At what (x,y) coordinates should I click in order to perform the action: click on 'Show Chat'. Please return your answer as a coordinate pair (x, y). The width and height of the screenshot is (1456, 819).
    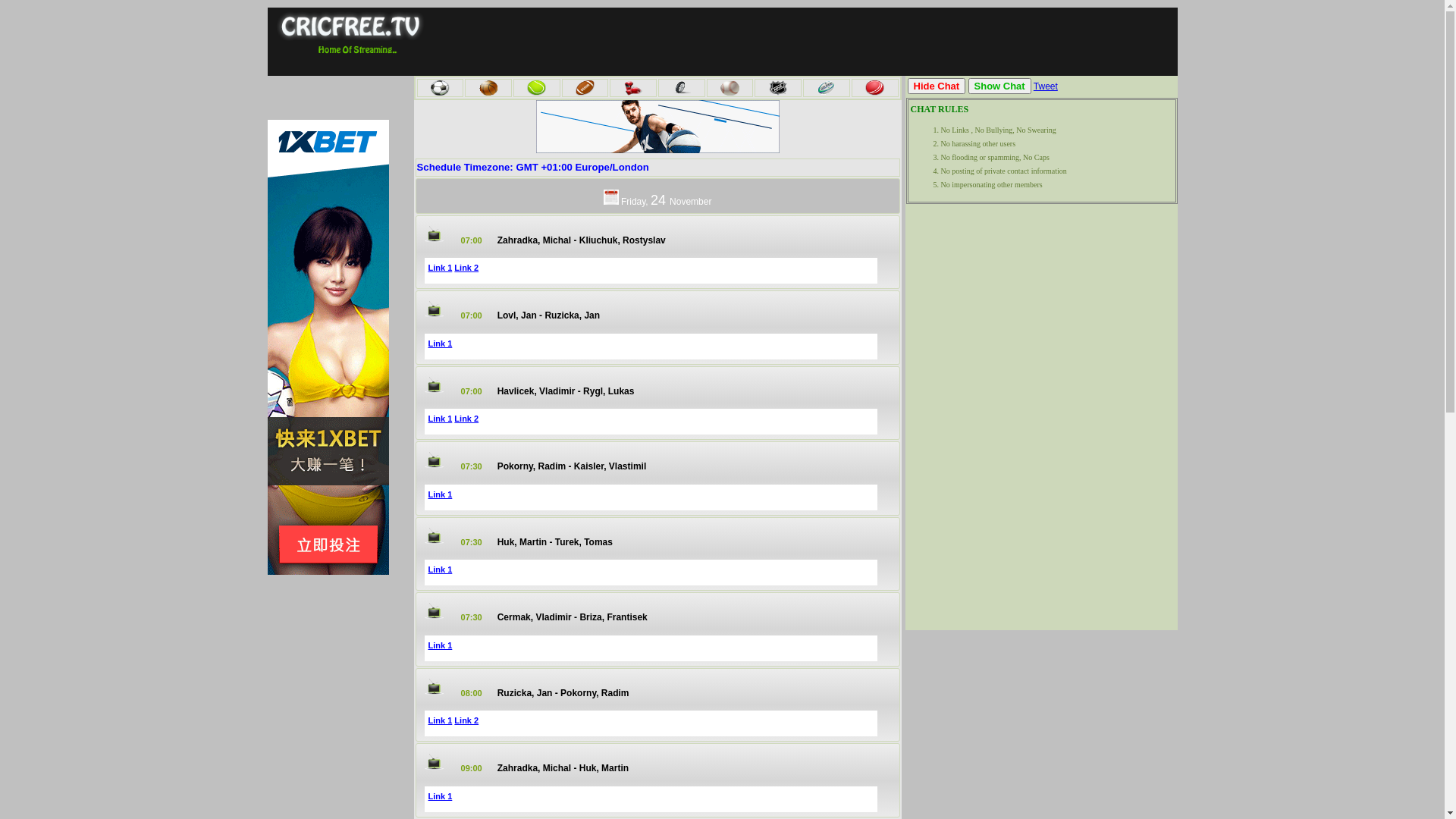
    Looking at the image, I should click on (999, 86).